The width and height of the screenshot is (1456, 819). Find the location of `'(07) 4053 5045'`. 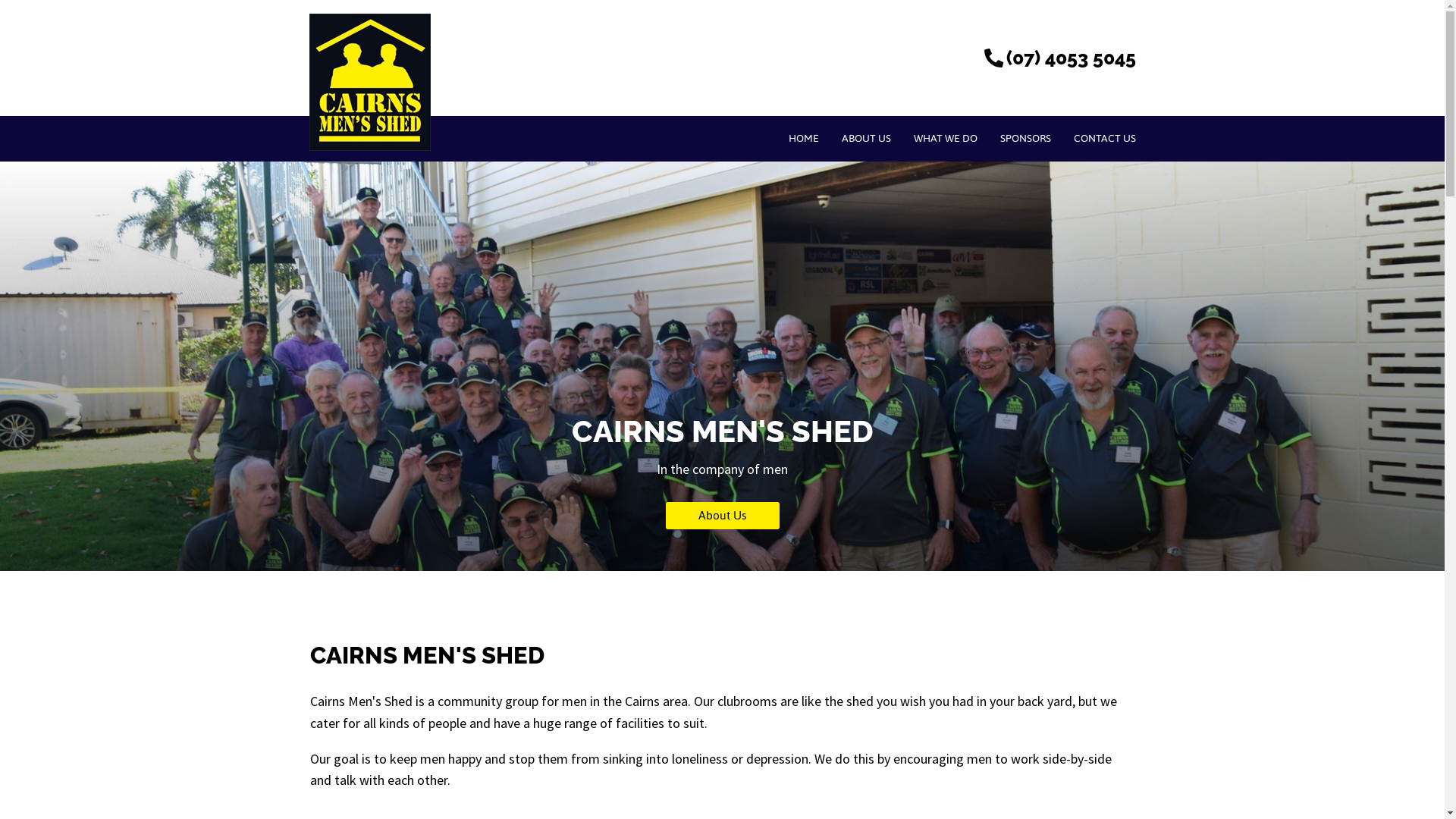

'(07) 4053 5045' is located at coordinates (1058, 57).